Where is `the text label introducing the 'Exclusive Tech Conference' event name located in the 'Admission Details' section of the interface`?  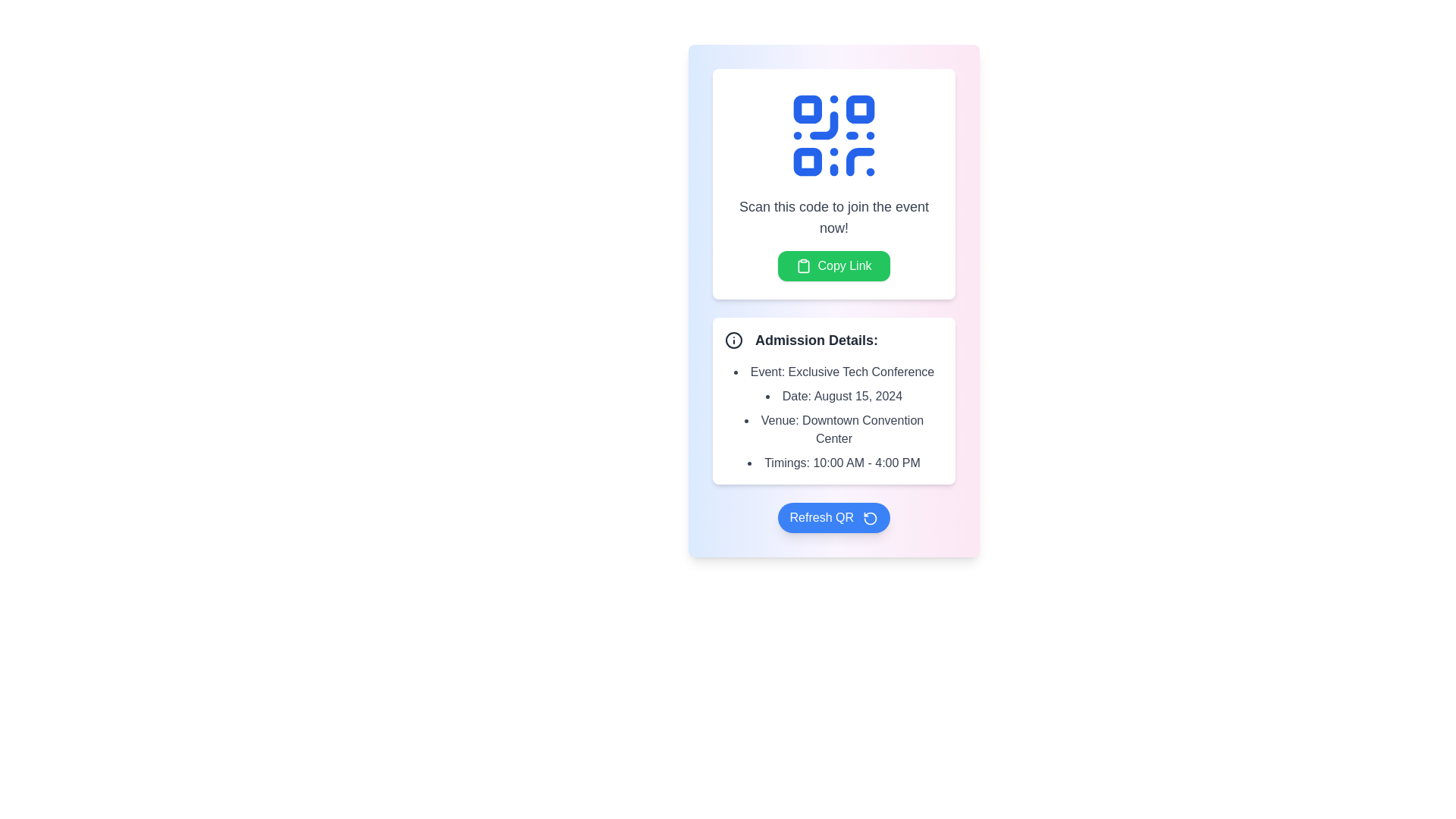
the text label introducing the 'Exclusive Tech Conference' event name located in the 'Admission Details' section of the interface is located at coordinates (767, 372).